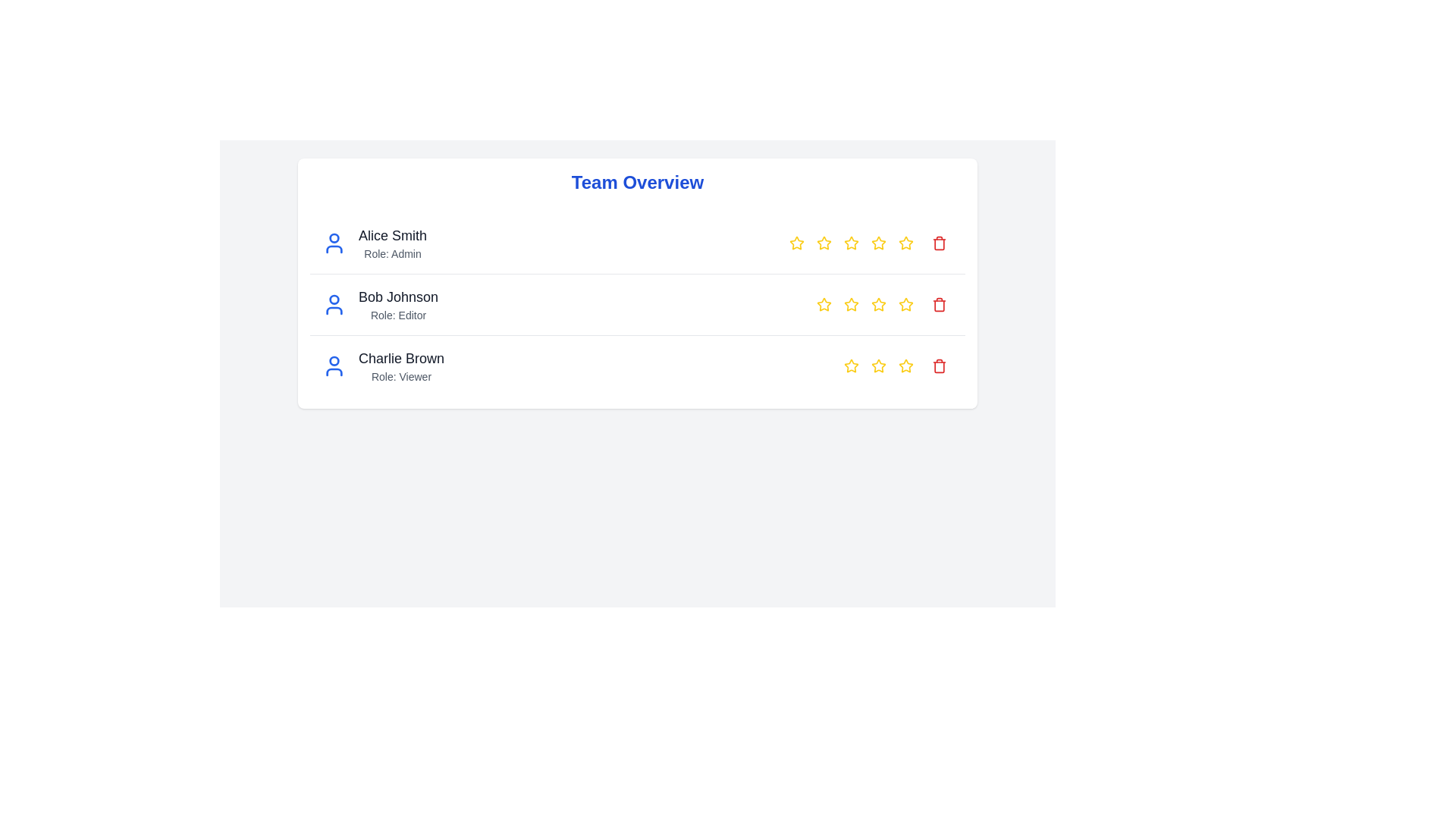  Describe the element at coordinates (398, 304) in the screenshot. I see `the text block displaying the name and role of a team member located in the second row of the 'Team Overview' section, which is positioned between 'Alice Smith' and 'Charlie Brown'` at that location.